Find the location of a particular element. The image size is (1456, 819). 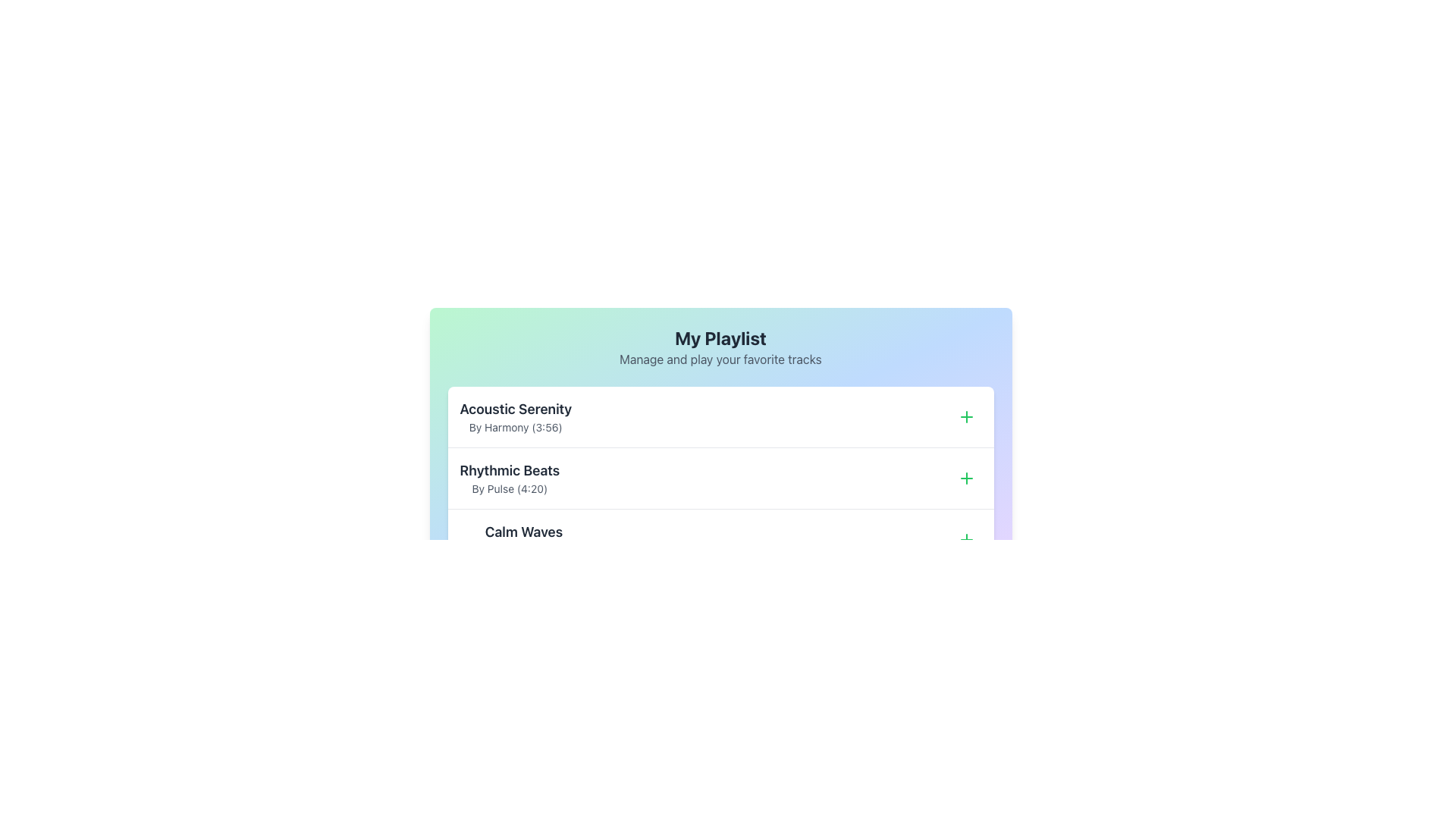

metadata text element that specifies the creator (Pulse) and the track duration (4:20) located underneath the title 'Rhythmic Beats' is located at coordinates (510, 488).